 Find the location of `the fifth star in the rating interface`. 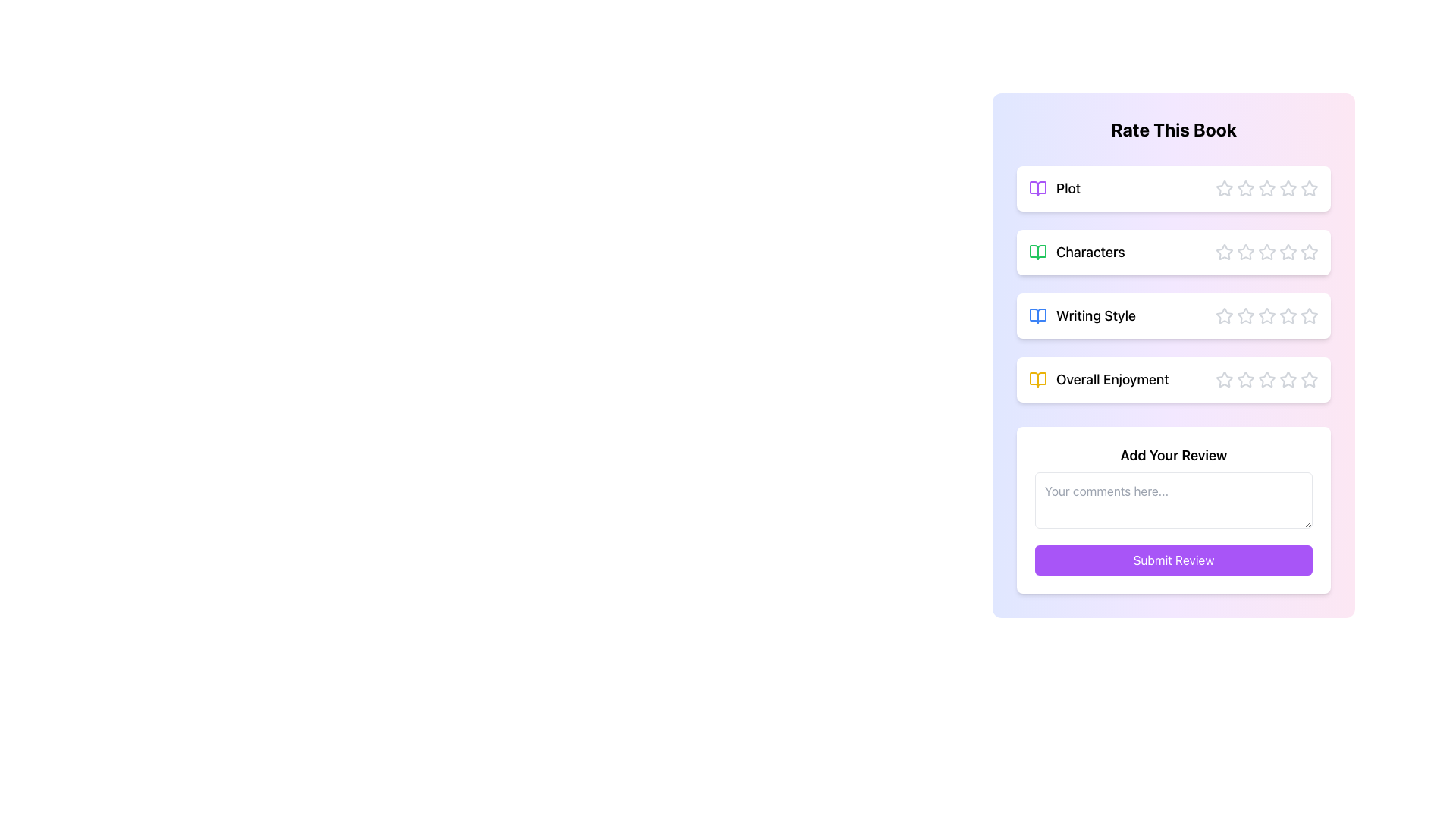

the fifth star in the rating interface is located at coordinates (1309, 251).